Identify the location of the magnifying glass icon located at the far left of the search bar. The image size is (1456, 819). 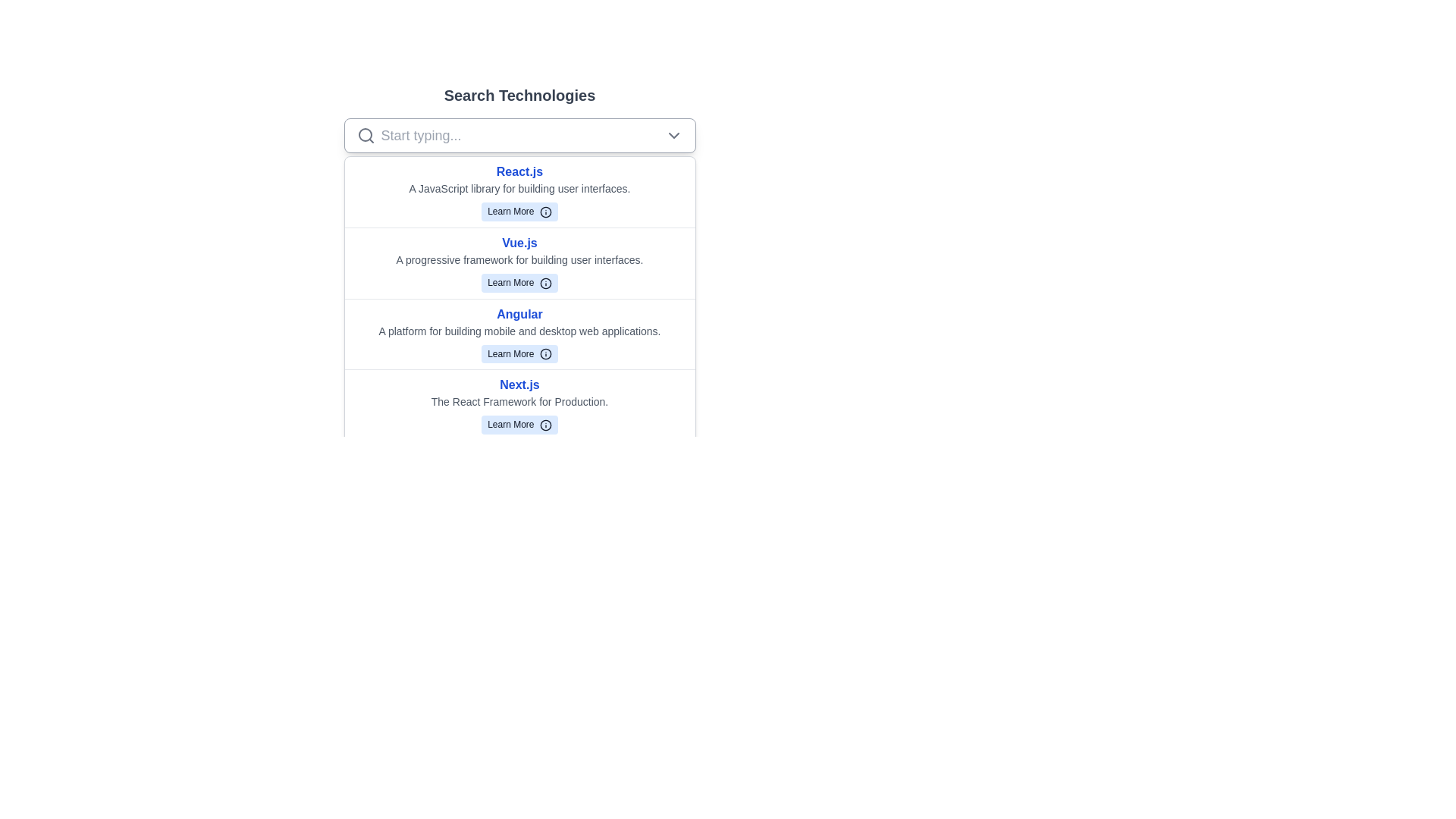
(366, 134).